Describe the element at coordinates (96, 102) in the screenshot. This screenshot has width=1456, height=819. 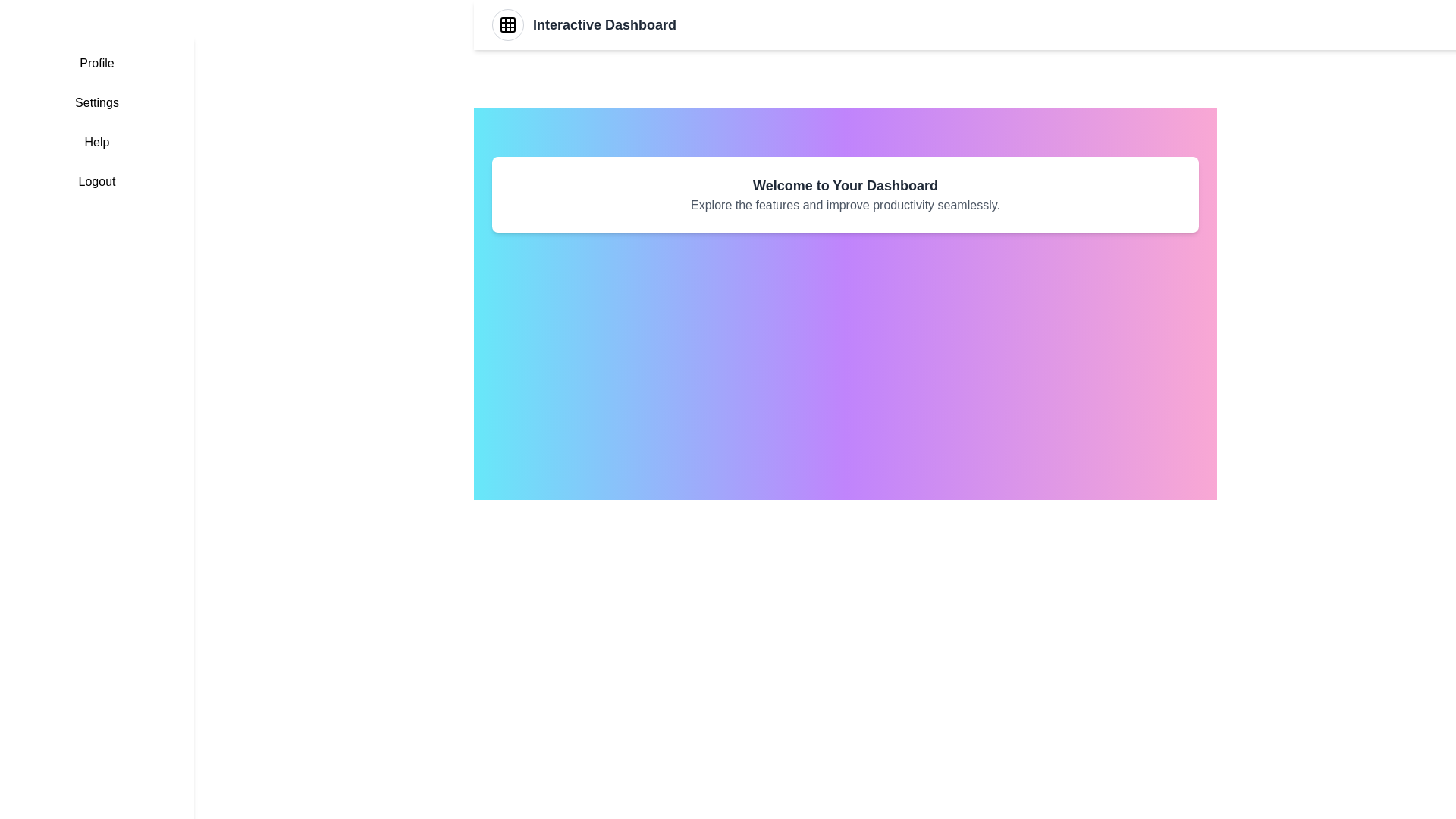
I see `the sidebar menu item labeled Settings` at that location.